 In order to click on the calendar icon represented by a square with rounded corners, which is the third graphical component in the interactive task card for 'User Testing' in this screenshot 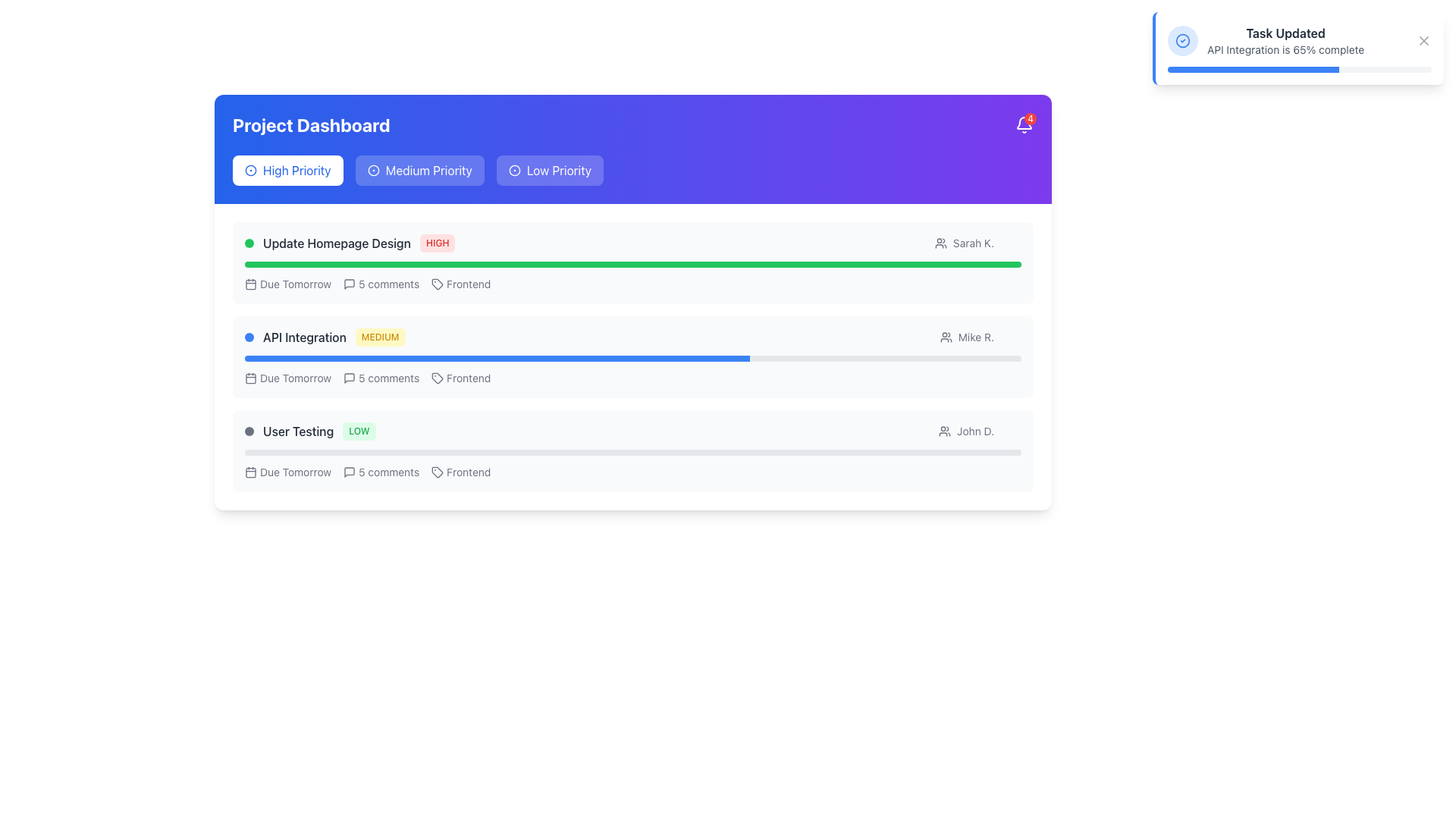, I will do `click(251, 472)`.